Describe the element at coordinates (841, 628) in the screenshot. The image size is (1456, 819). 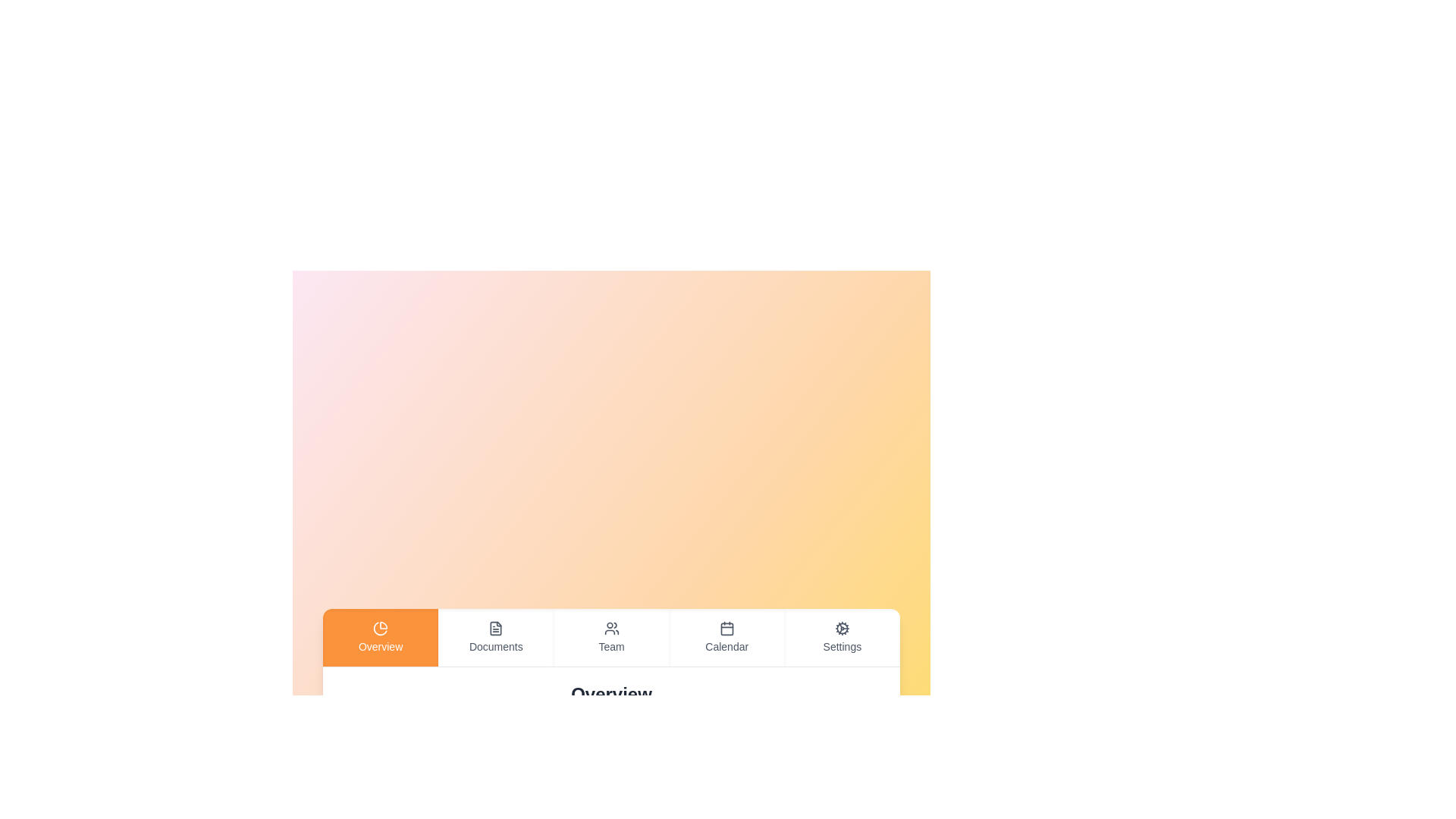
I see `the circular SVG component that is part of the gear icon located in the top-right corner of the bottom navigation bar labeled 'Settings'` at that location.